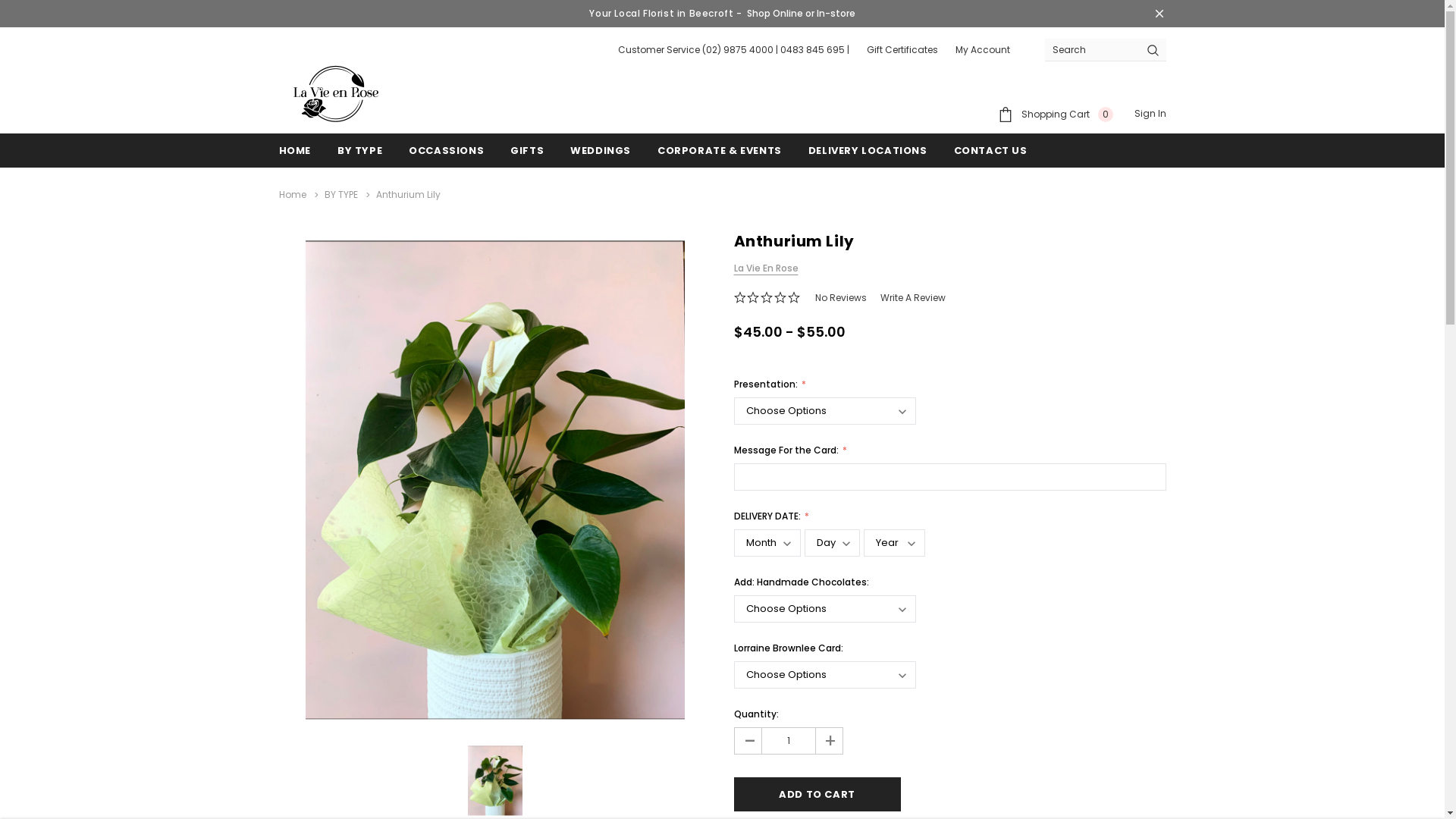 The image size is (1456, 819). What do you see at coordinates (359, 150) in the screenshot?
I see `'BY TYPE'` at bounding box center [359, 150].